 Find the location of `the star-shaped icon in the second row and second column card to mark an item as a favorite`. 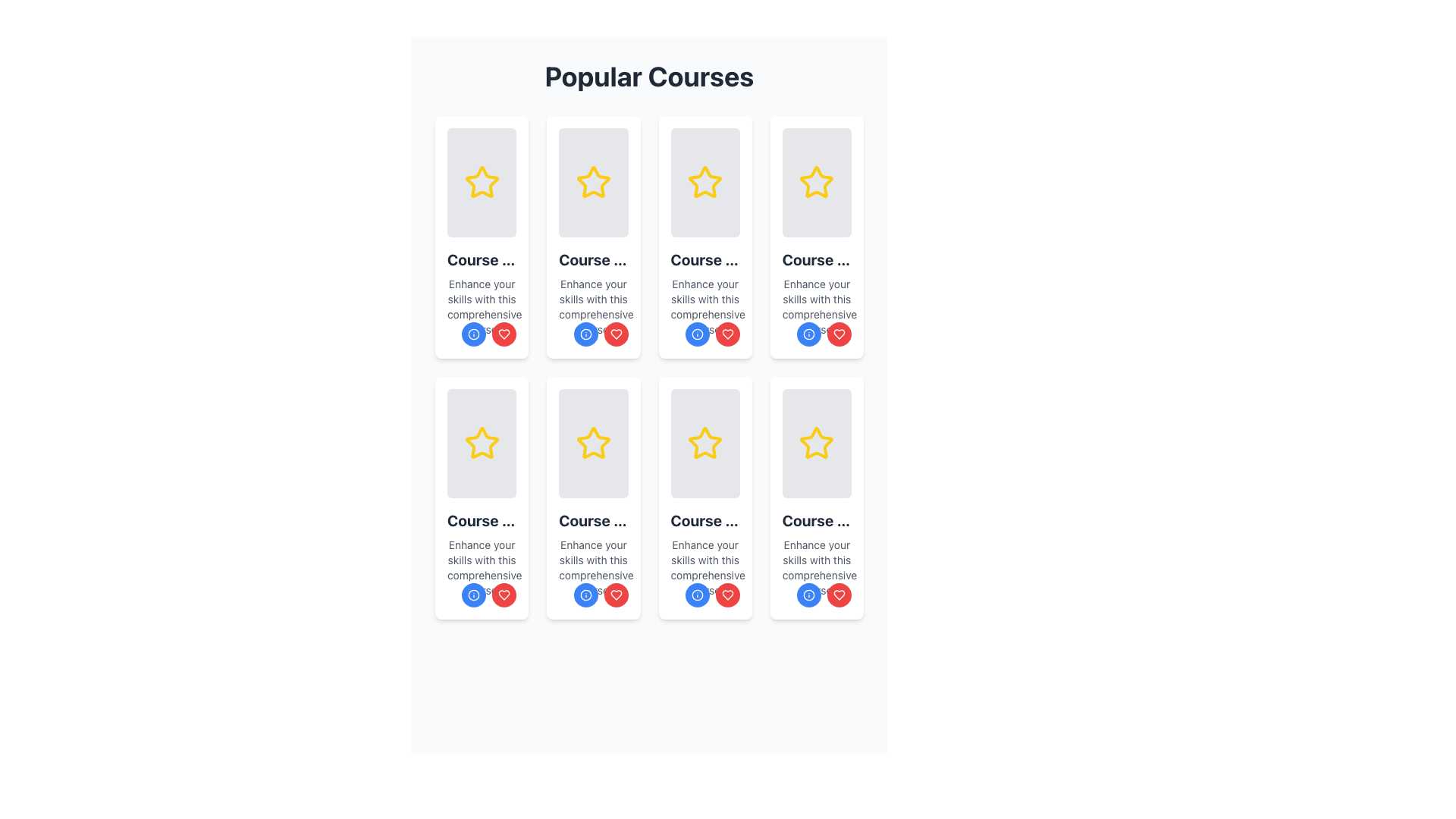

the star-shaped icon in the second row and second column card to mark an item as a favorite is located at coordinates (481, 443).